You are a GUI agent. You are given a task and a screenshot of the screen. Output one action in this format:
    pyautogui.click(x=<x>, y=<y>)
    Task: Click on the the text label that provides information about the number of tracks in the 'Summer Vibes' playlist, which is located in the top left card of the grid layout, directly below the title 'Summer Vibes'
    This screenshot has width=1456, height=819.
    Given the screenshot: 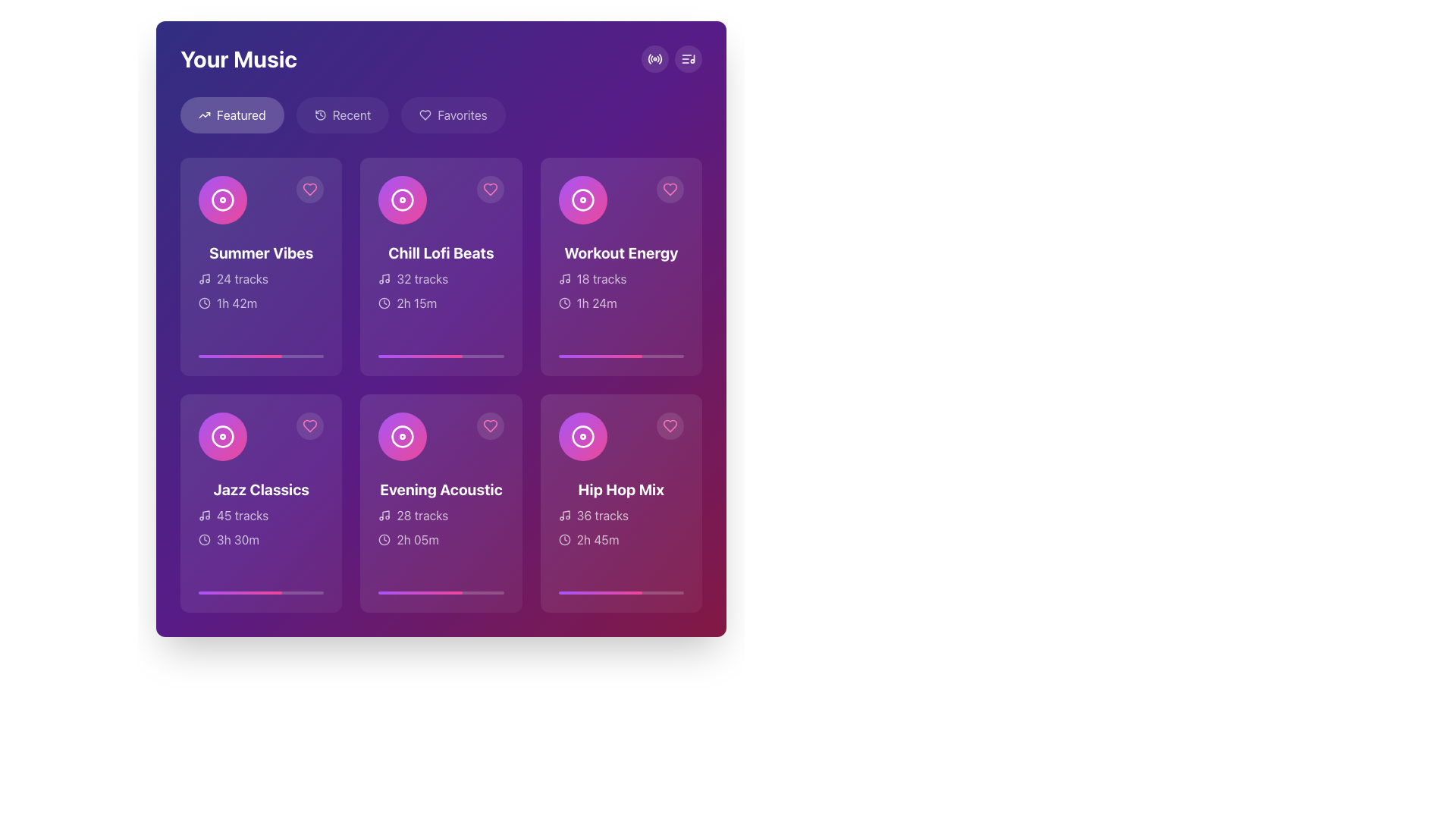 What is the action you would take?
    pyautogui.click(x=261, y=278)
    